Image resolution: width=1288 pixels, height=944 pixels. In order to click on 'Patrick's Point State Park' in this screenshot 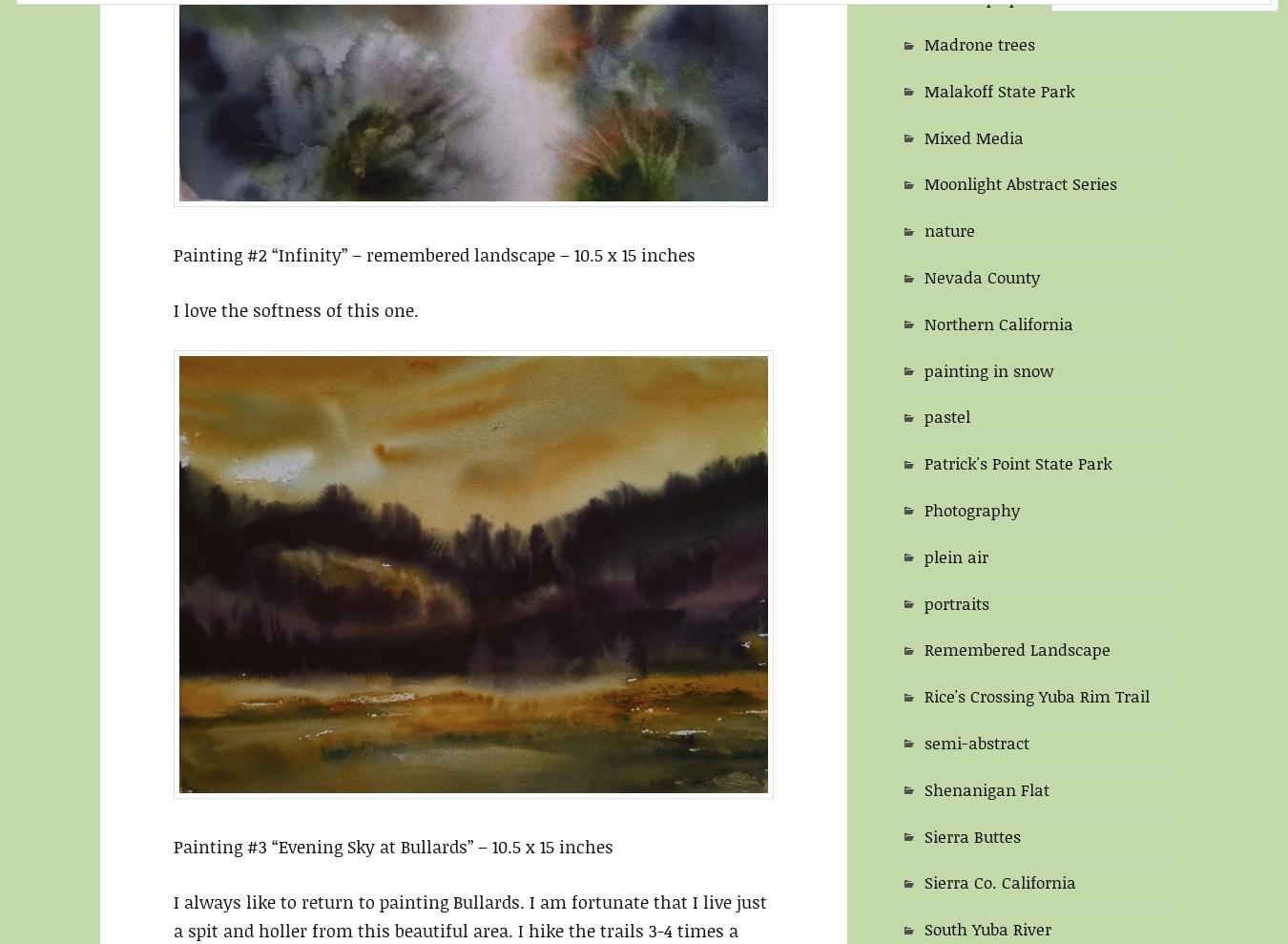, I will do `click(1018, 462)`.